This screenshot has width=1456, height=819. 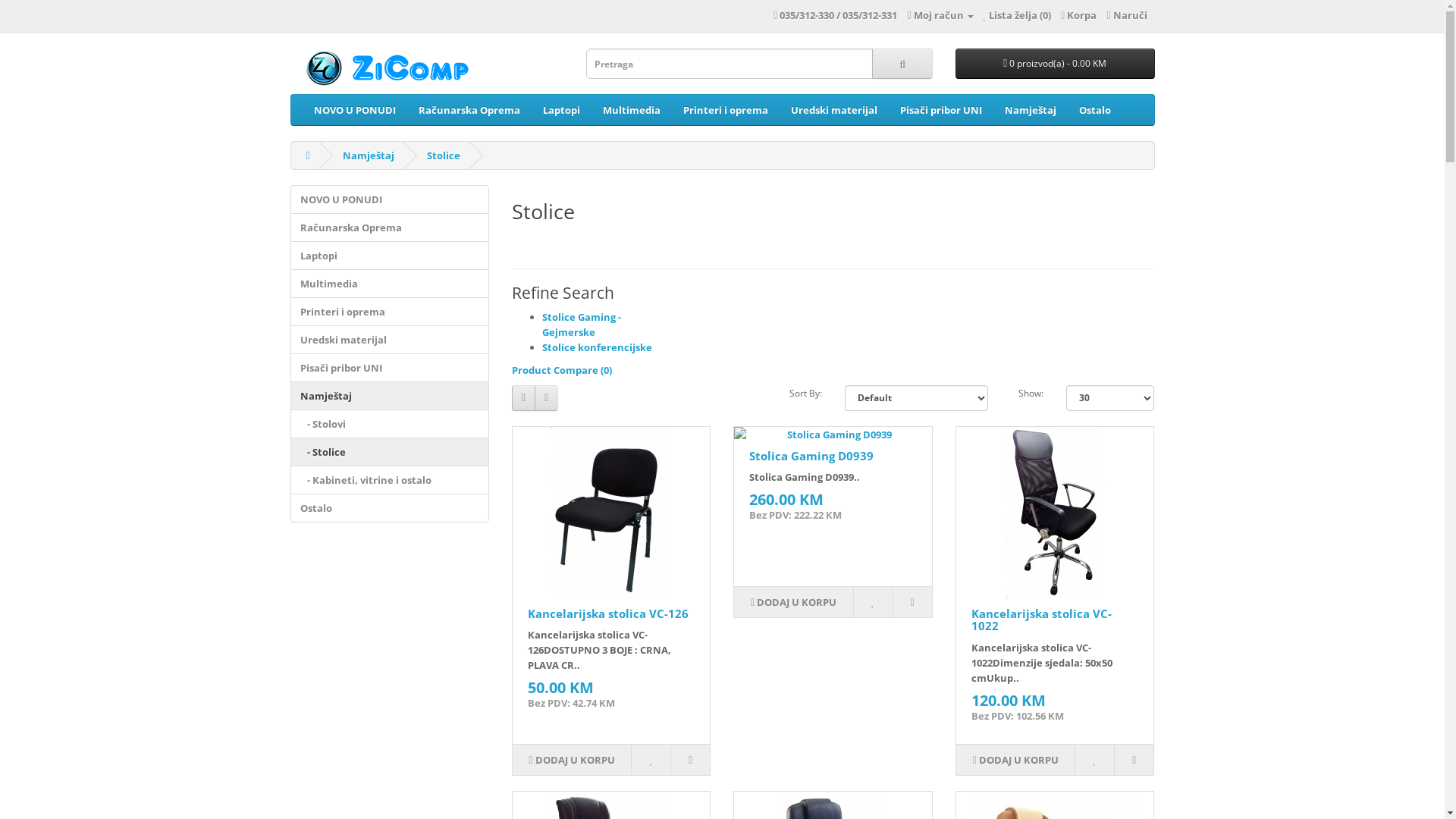 What do you see at coordinates (734, 435) in the screenshot?
I see `'Stolica Gaming D0939'` at bounding box center [734, 435].